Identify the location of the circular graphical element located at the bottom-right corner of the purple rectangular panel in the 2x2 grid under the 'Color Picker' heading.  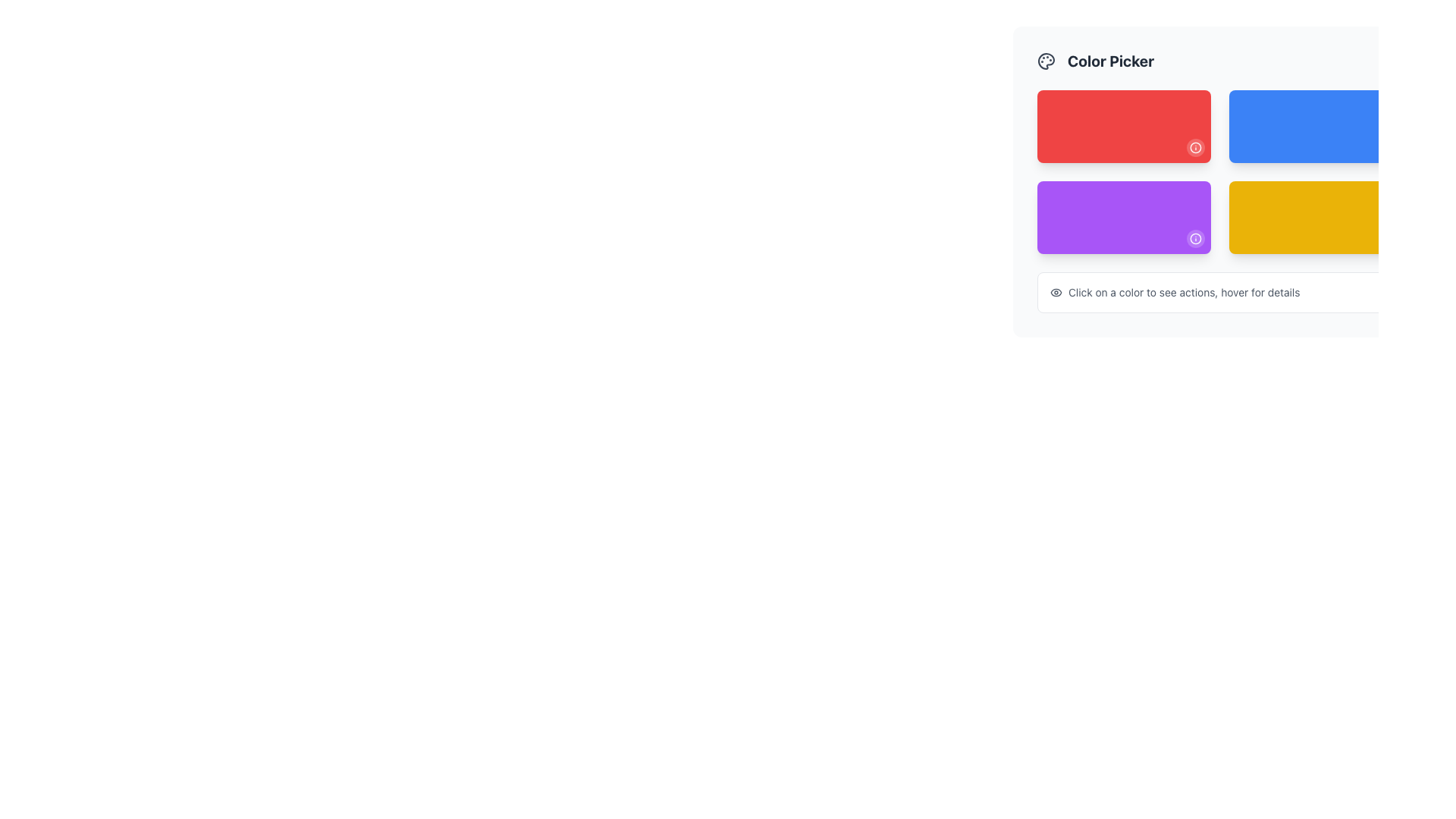
(1195, 239).